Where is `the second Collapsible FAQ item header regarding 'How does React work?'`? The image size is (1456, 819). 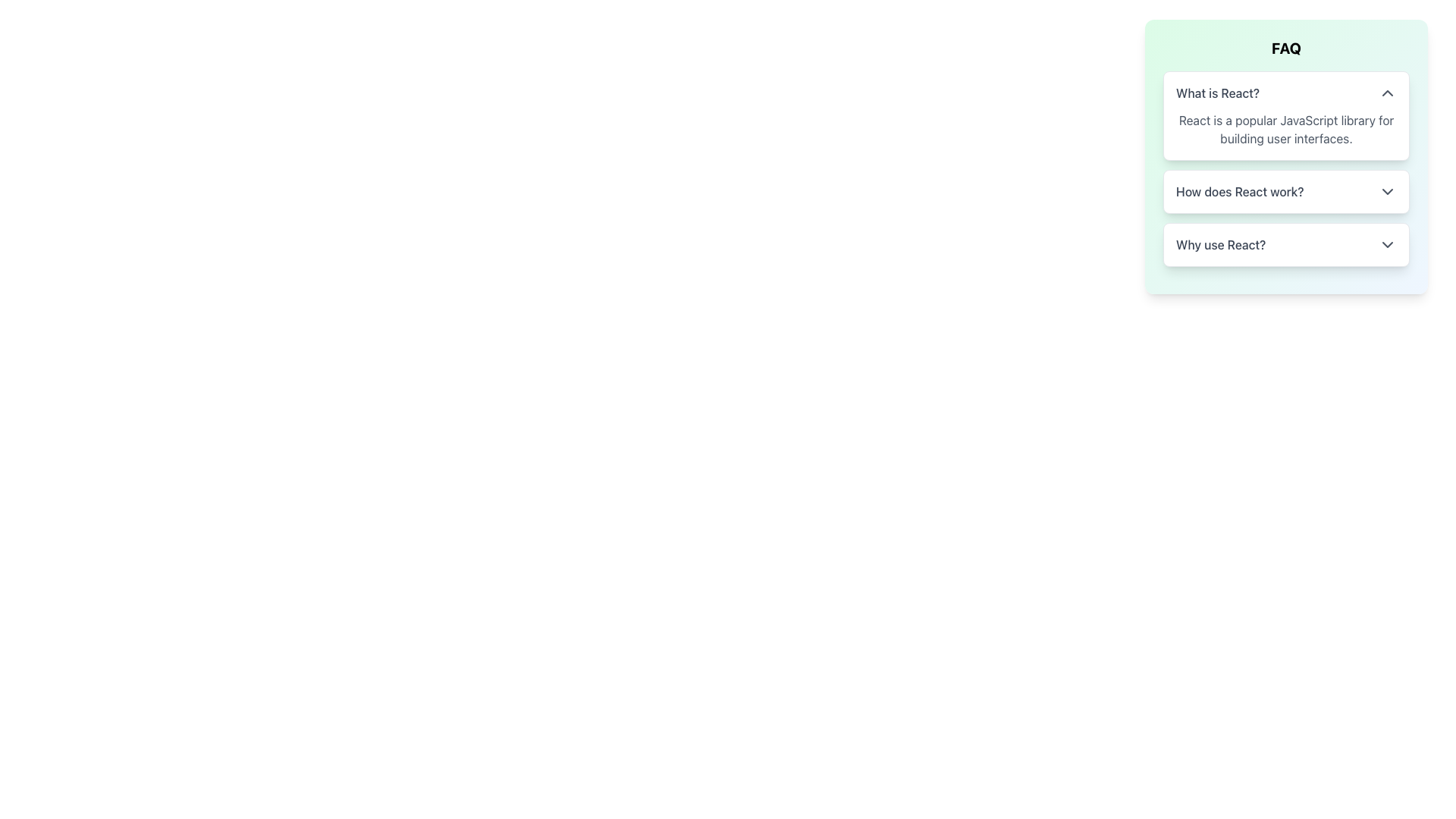
the second Collapsible FAQ item header regarding 'How does React work?' is located at coordinates (1285, 191).